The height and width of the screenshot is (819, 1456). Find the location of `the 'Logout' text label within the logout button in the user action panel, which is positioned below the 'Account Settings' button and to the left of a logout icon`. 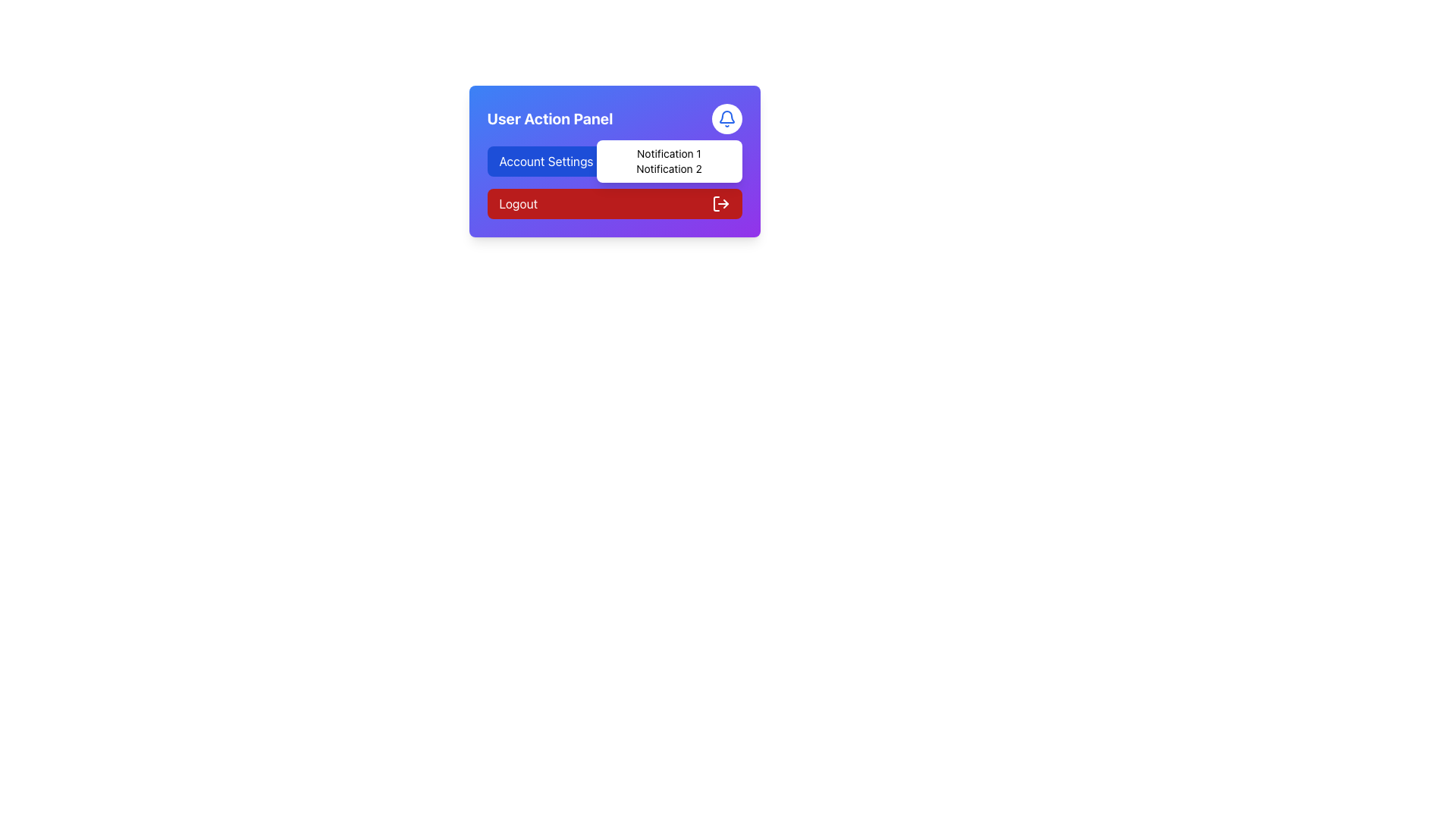

the 'Logout' text label within the logout button in the user action panel, which is positioned below the 'Account Settings' button and to the left of a logout icon is located at coordinates (518, 203).